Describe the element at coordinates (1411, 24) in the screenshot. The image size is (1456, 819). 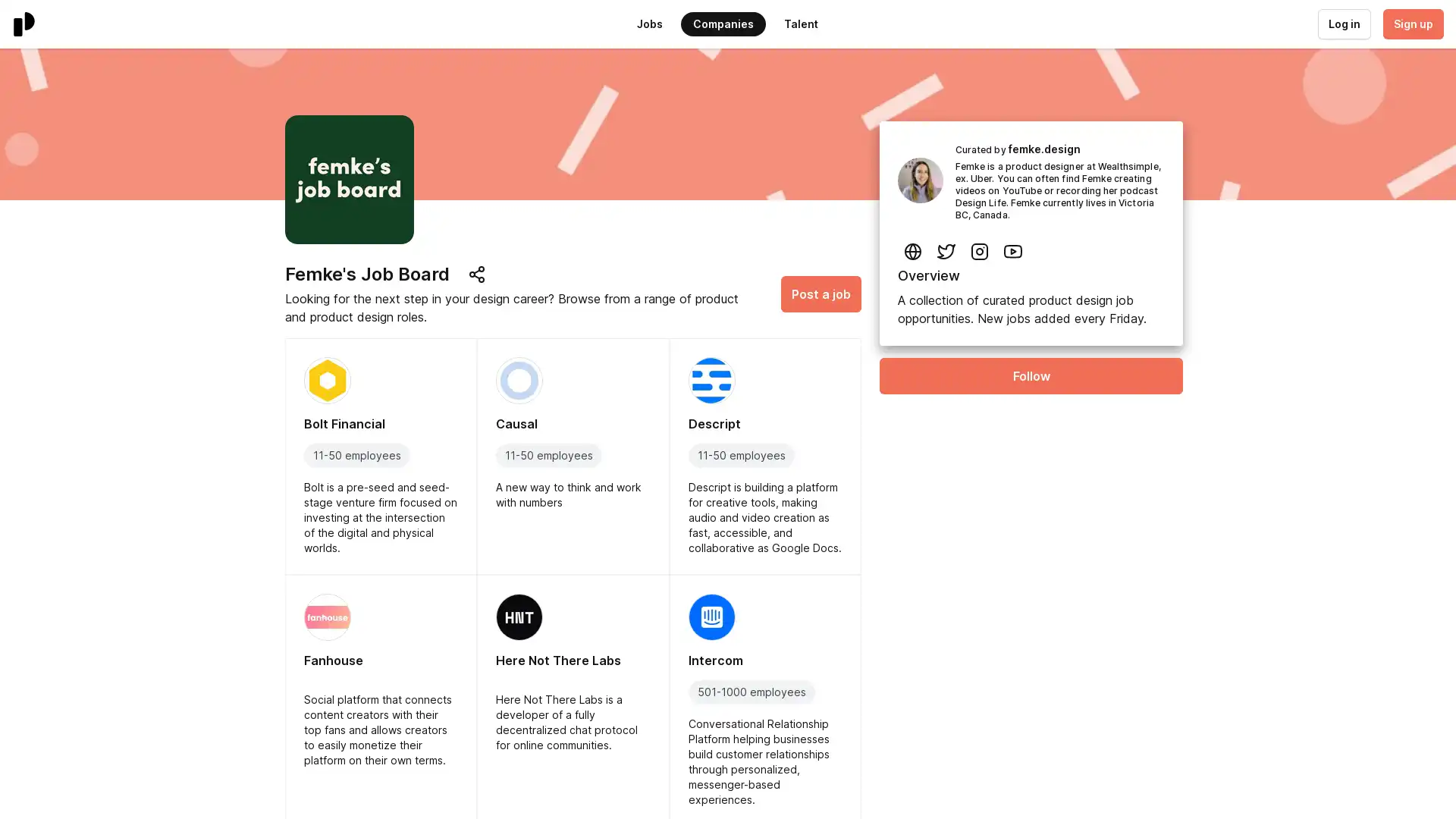
I see `Sign up` at that location.